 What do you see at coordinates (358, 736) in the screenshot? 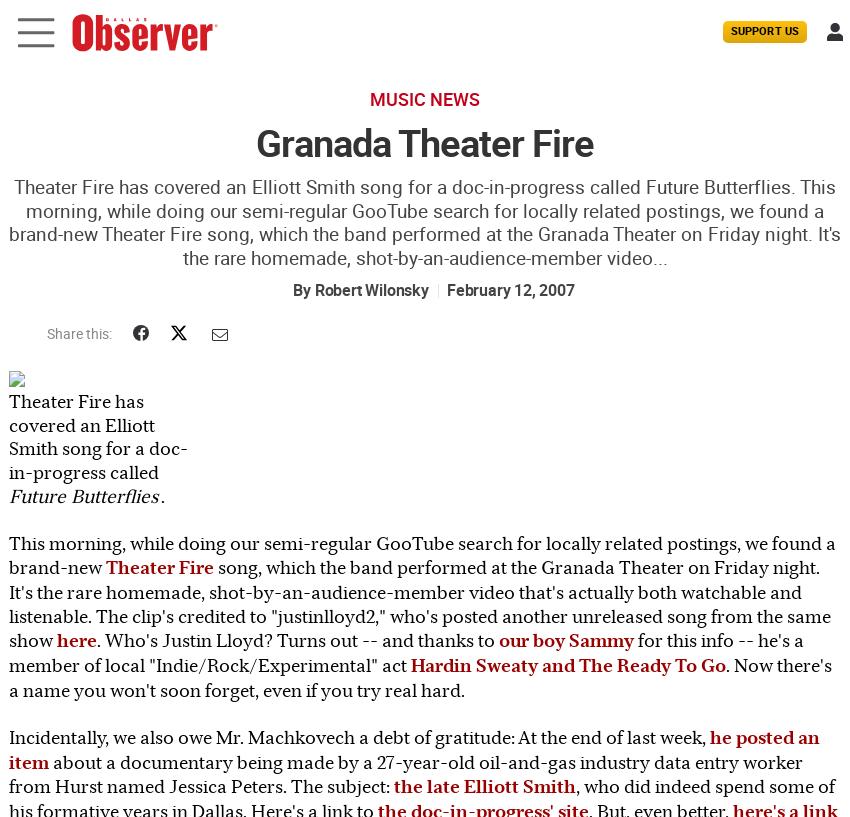
I see `'Incidentally, we also owe Mr. Machkovech a debt of gratitude: At the end of last week,'` at bounding box center [358, 736].